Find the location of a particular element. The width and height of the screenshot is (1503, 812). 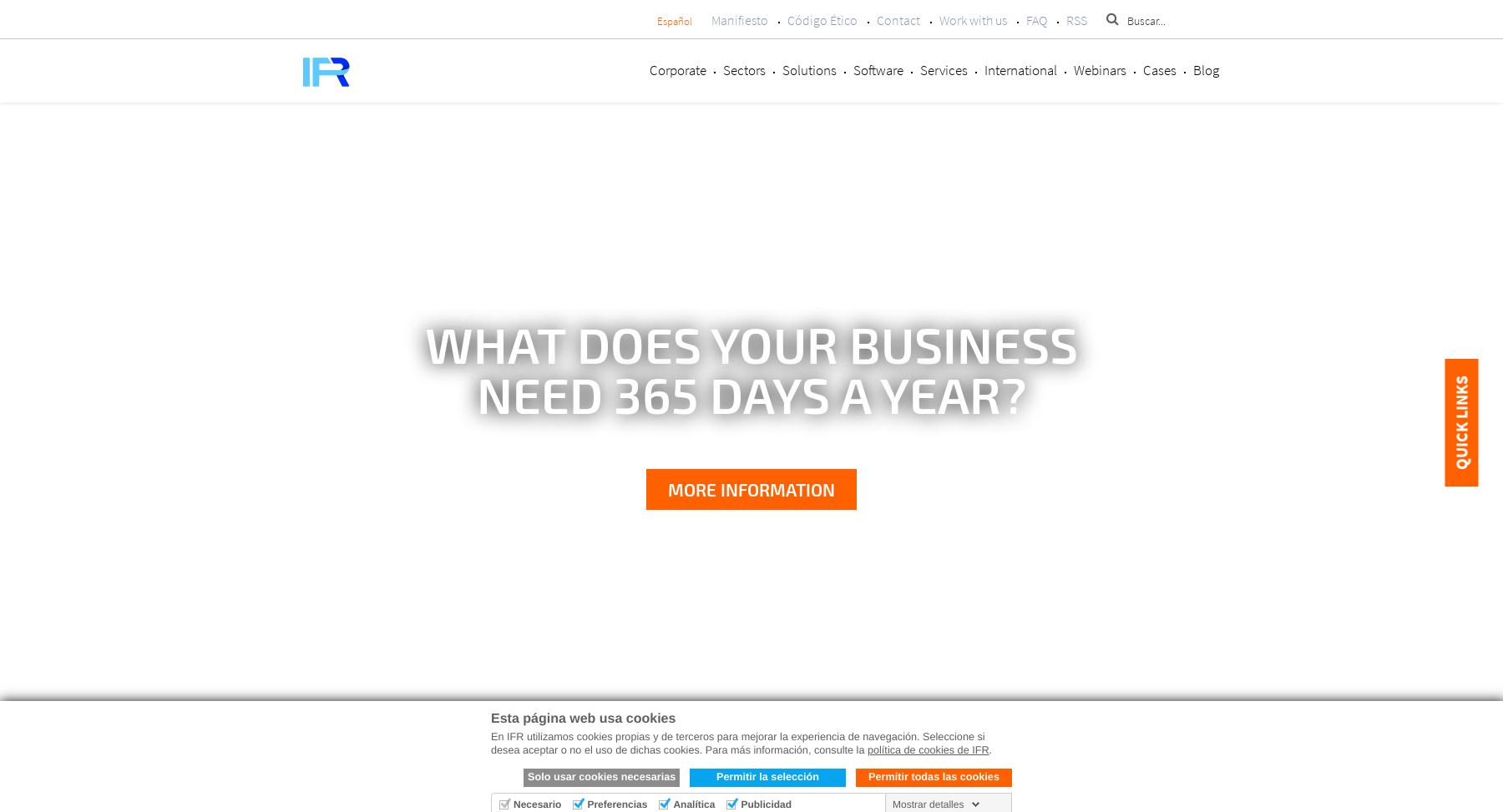

'Microsoft Dynamics 365' is located at coordinates (742, 766).